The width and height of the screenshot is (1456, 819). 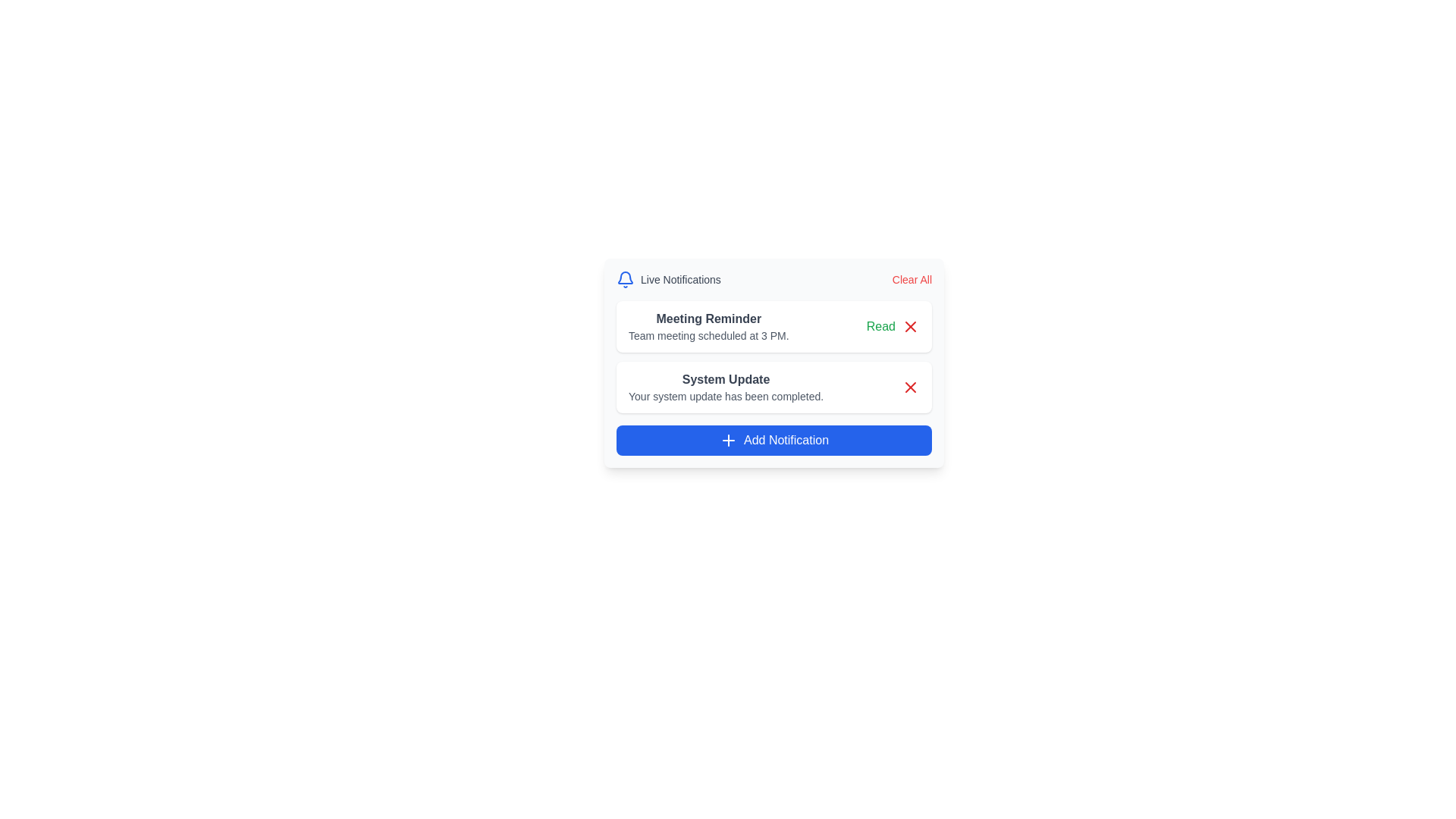 I want to click on the 'Live Notifications' text element with the adjacent blue notification bell icon, located in the upper-left section of a notification card, so click(x=667, y=280).